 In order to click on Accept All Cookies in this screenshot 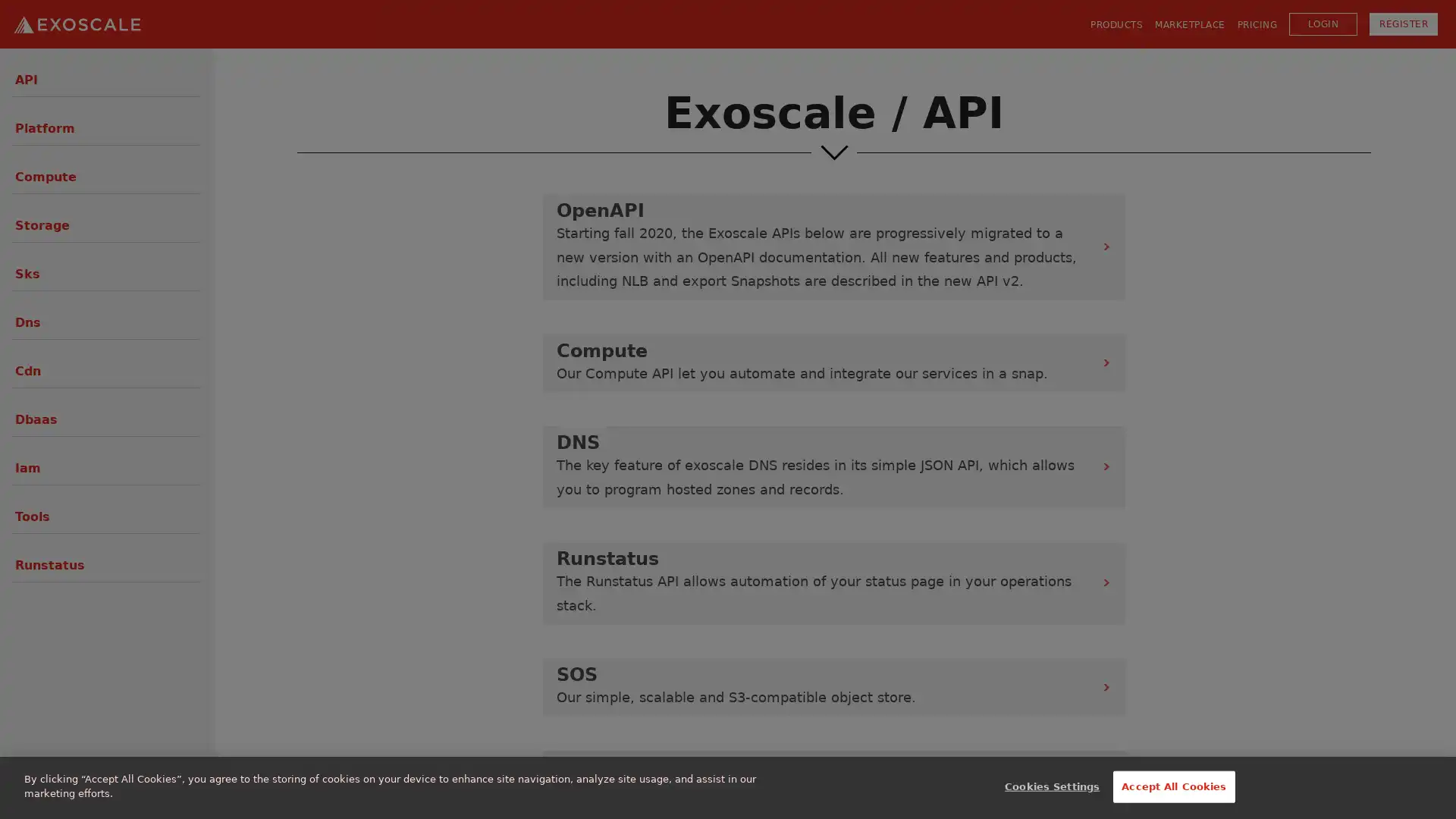, I will do `click(1172, 786)`.